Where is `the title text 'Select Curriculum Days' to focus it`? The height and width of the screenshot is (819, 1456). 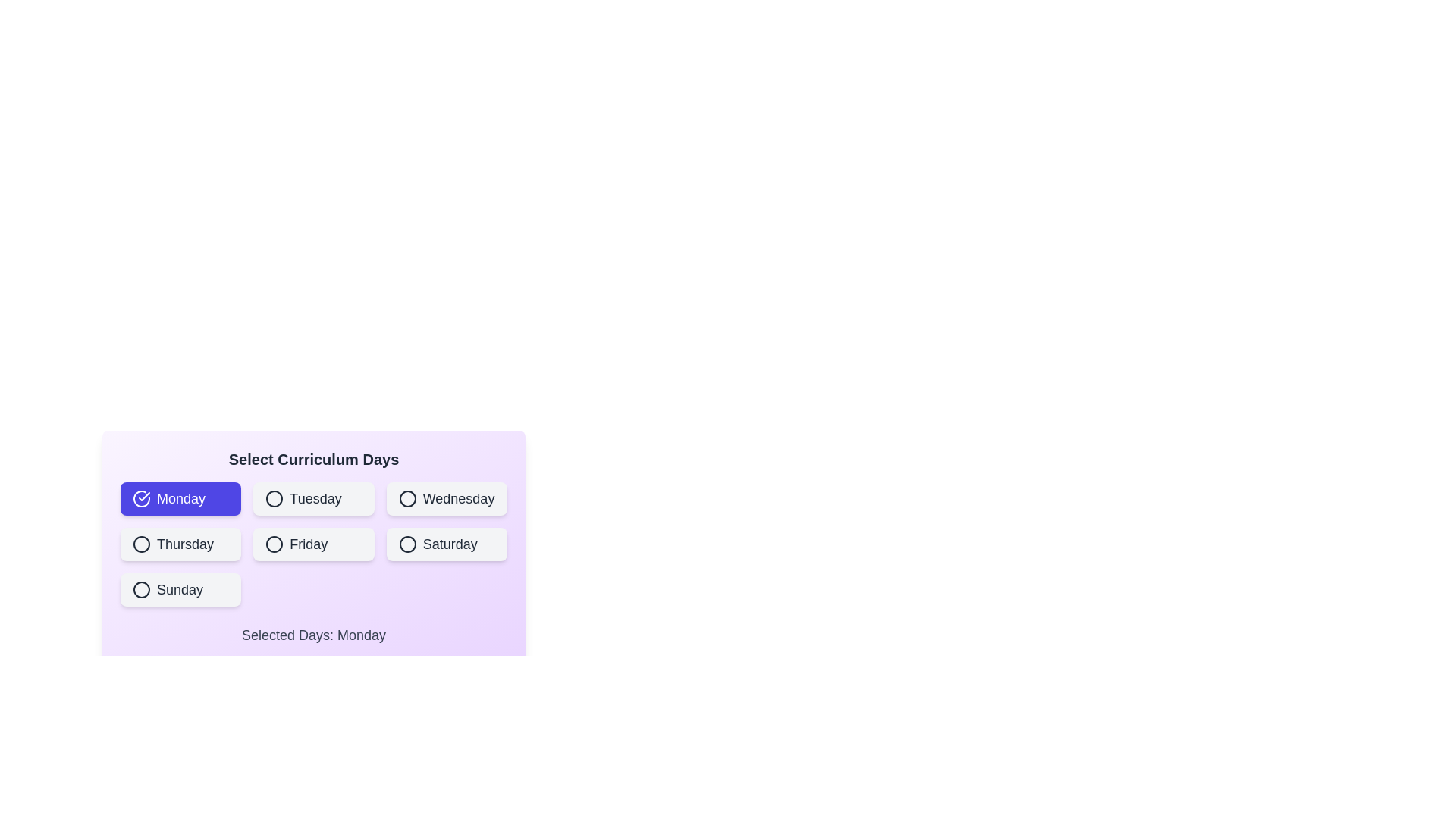
the title text 'Select Curriculum Days' to focus it is located at coordinates (312, 458).